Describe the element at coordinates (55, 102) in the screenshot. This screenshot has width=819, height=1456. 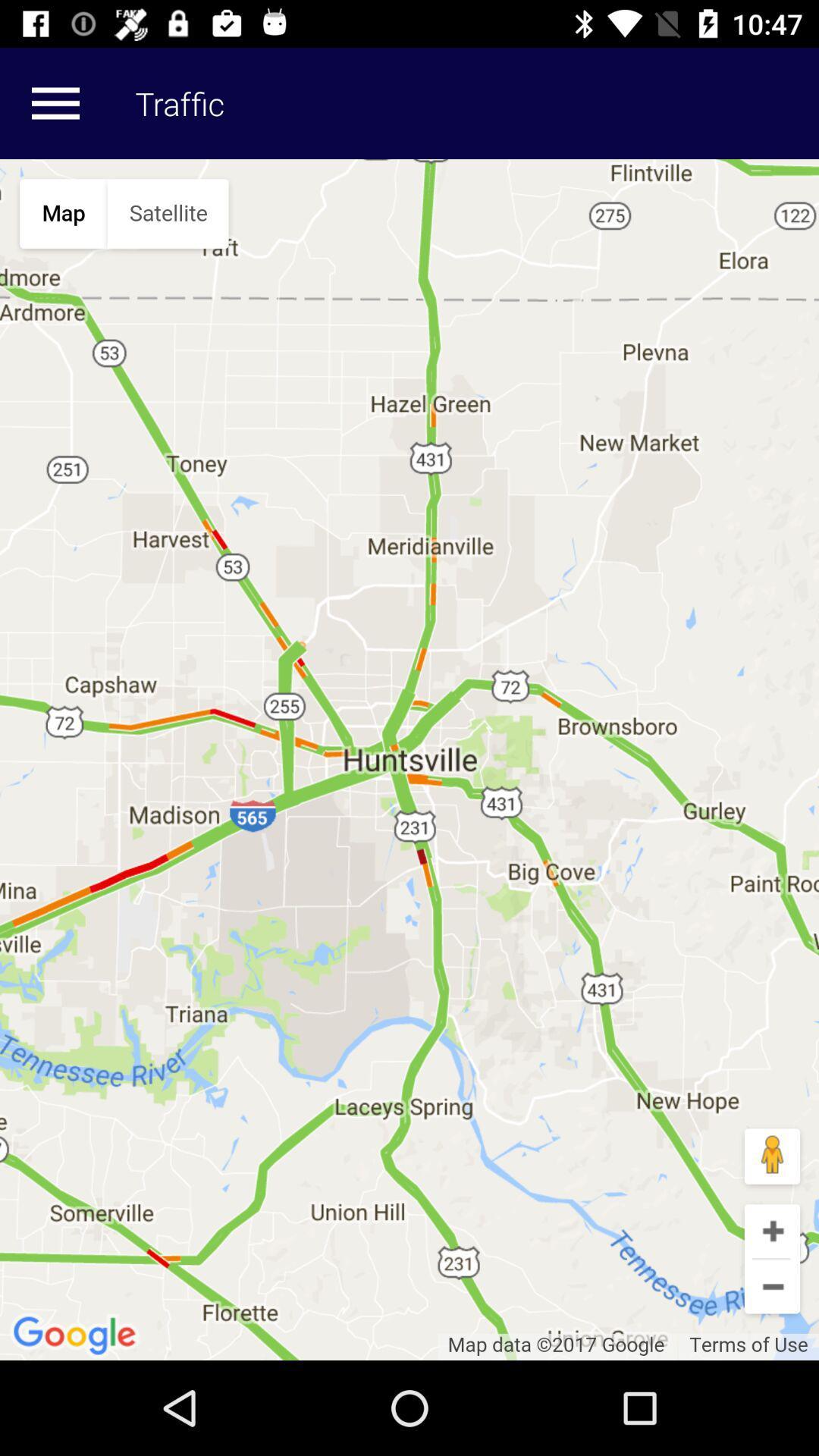
I see `the menu` at that location.